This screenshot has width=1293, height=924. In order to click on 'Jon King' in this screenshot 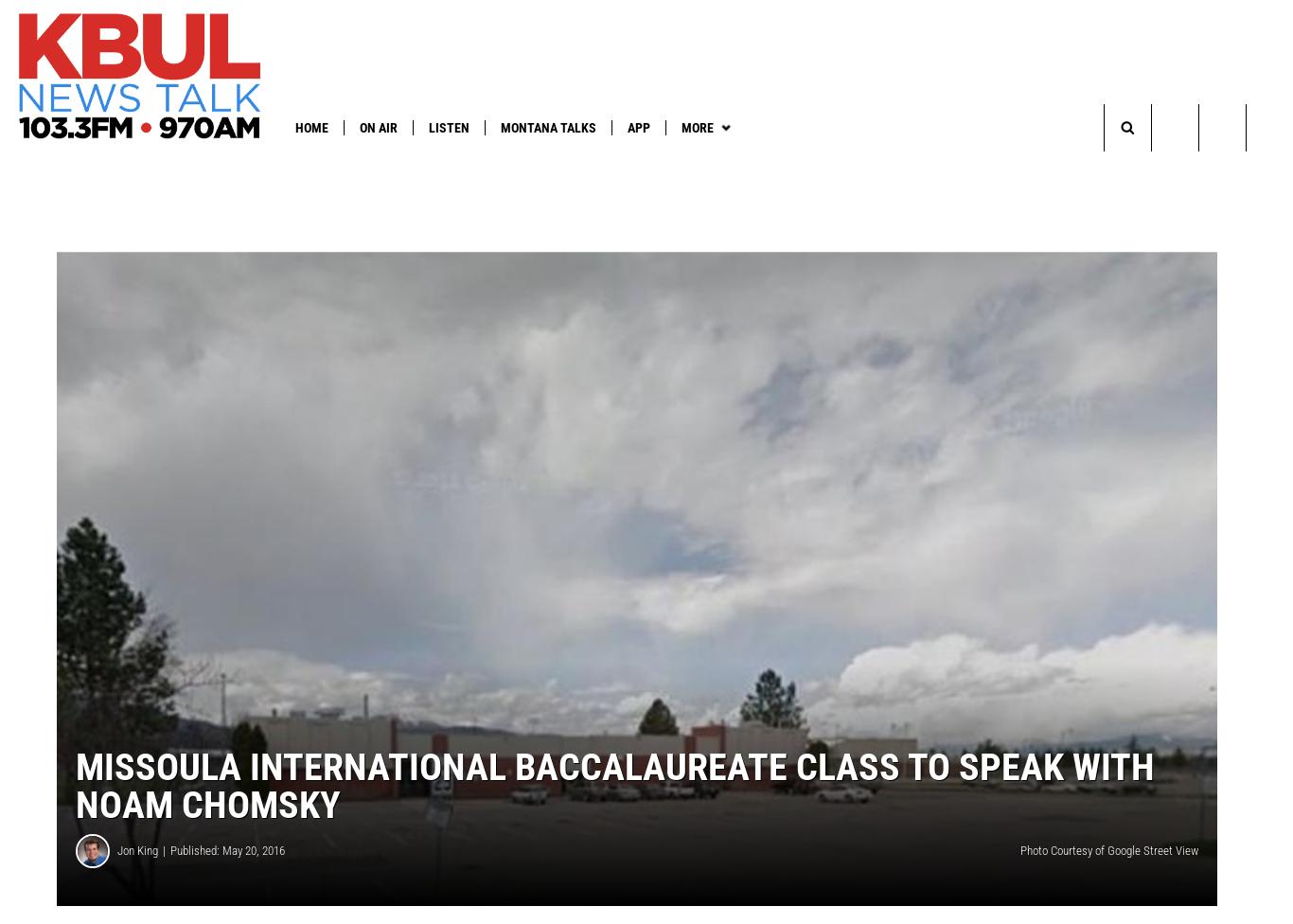, I will do `click(136, 880)`.